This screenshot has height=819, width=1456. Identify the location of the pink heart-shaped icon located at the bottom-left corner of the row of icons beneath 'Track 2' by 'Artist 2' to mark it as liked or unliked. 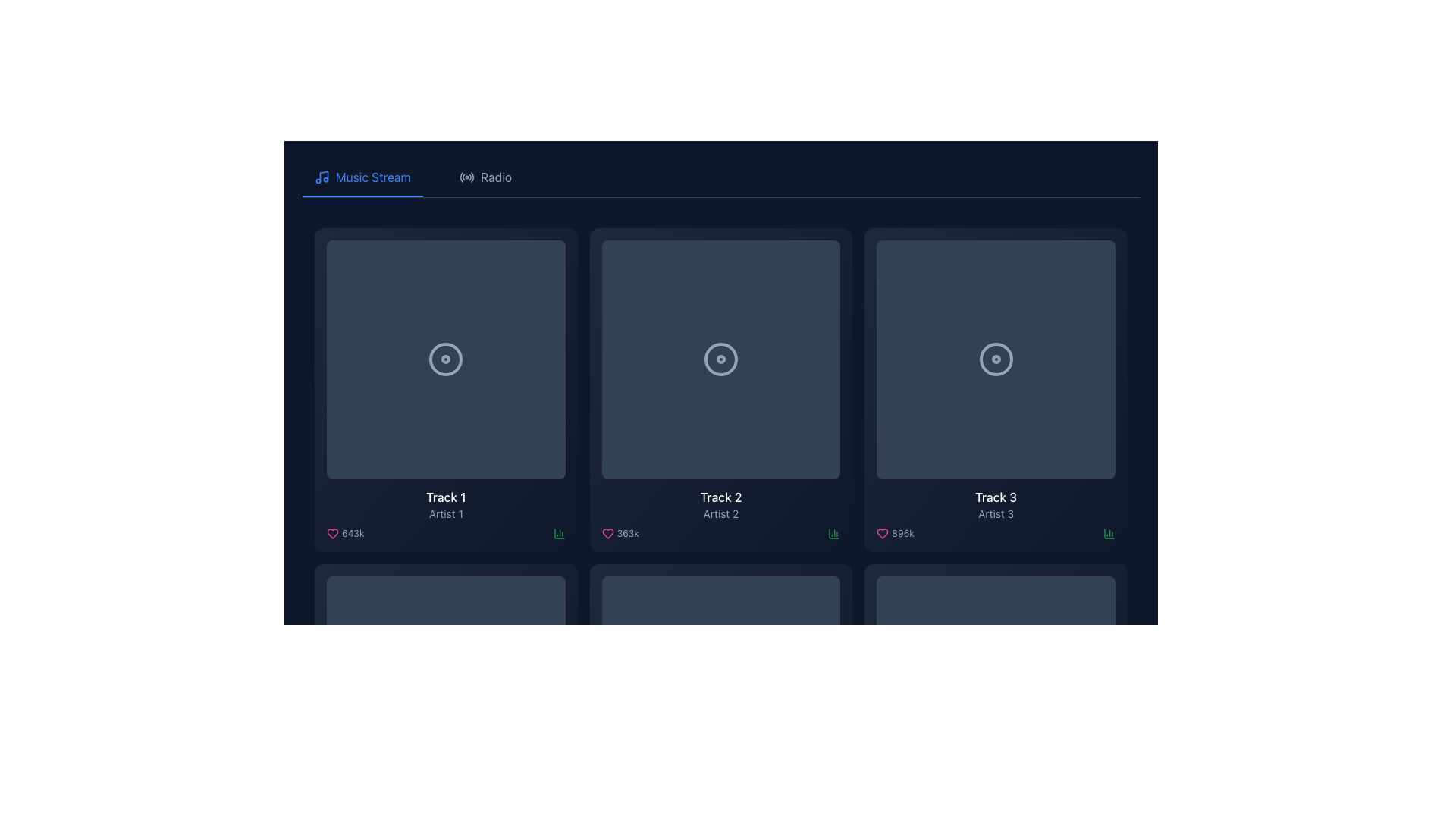
(607, 532).